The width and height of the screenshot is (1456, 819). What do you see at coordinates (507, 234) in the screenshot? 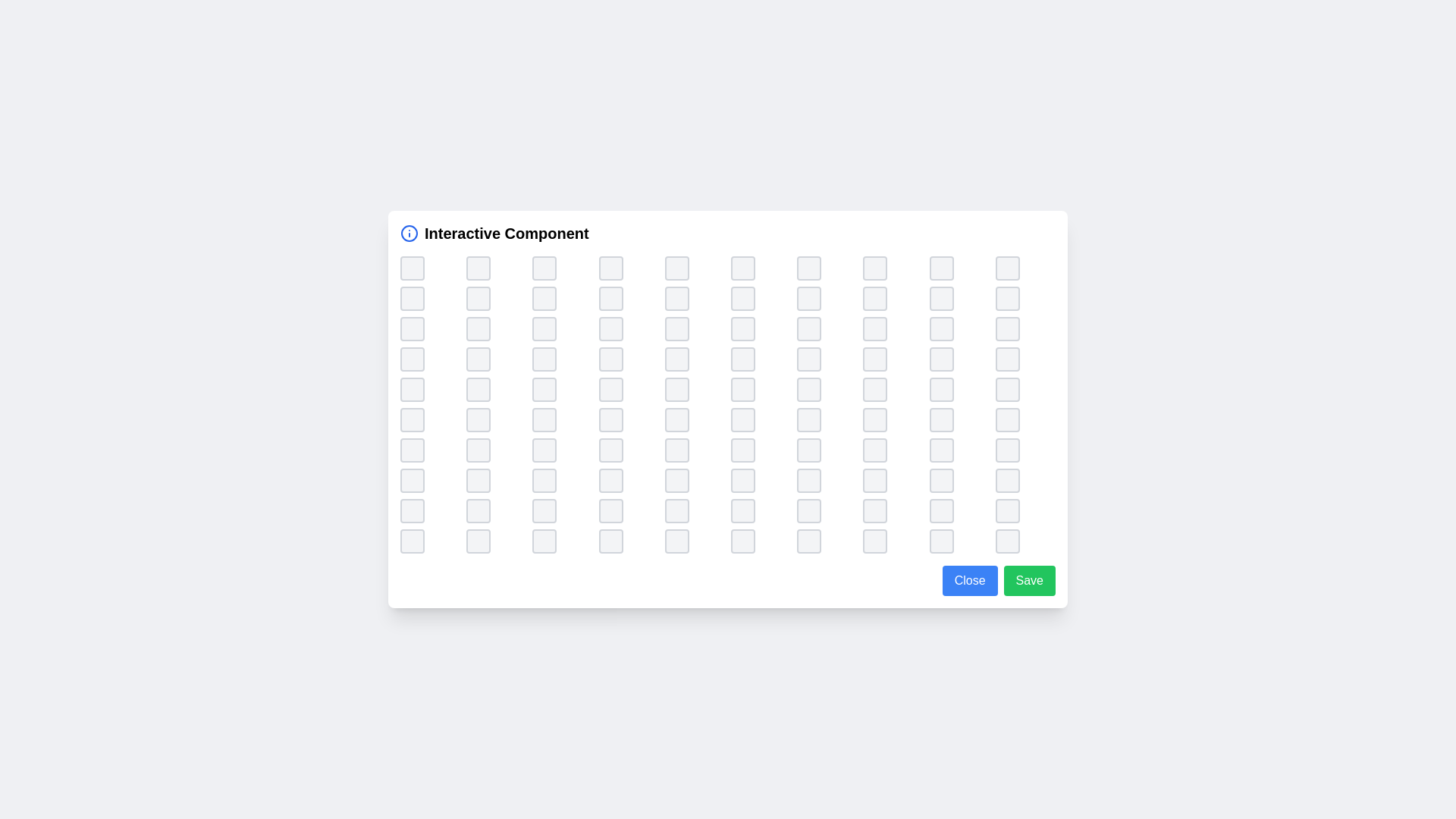
I see `the title text of the component` at bounding box center [507, 234].